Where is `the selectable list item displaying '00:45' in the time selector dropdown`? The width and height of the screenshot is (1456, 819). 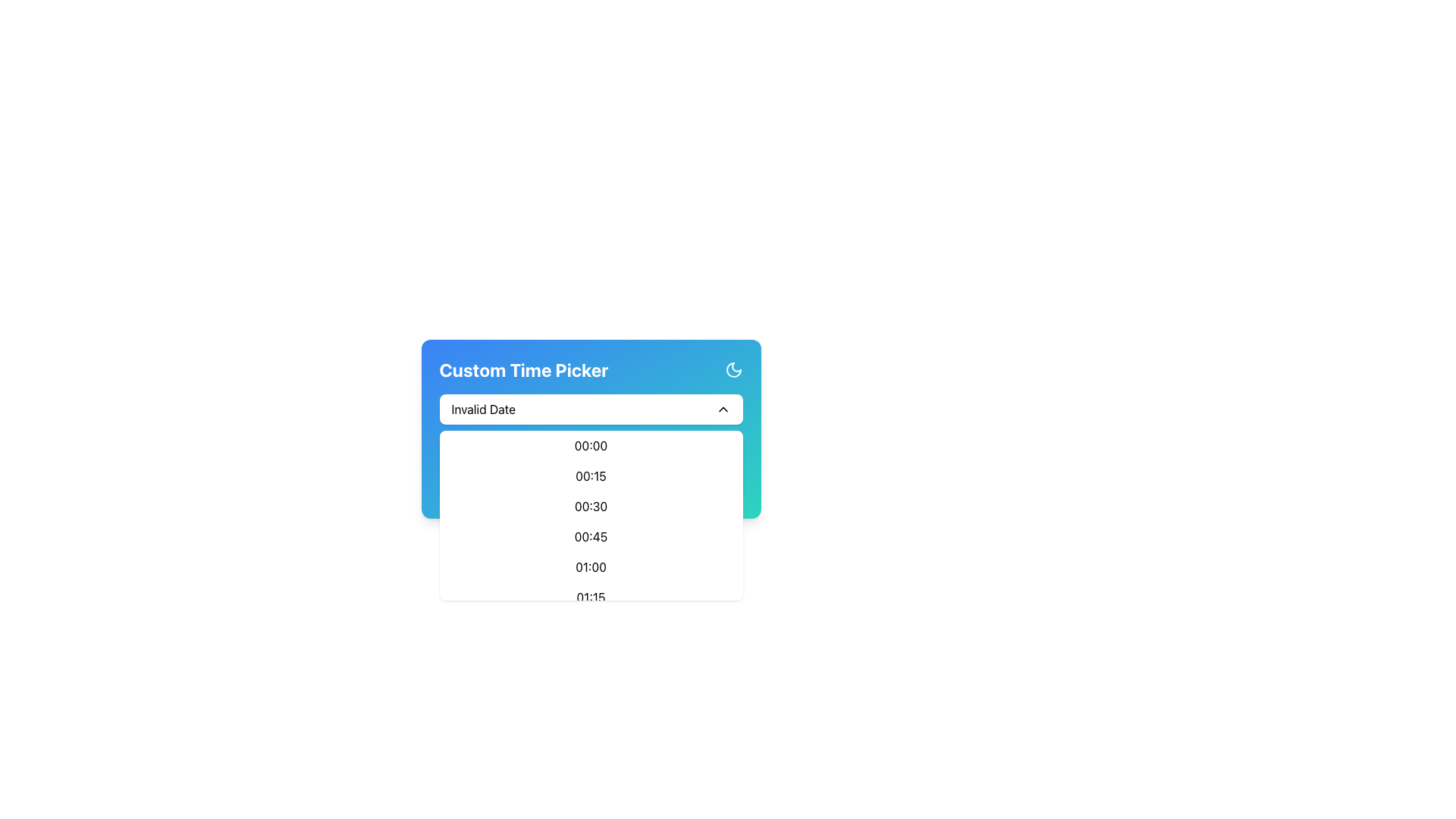
the selectable list item displaying '00:45' in the time selector dropdown is located at coordinates (590, 536).